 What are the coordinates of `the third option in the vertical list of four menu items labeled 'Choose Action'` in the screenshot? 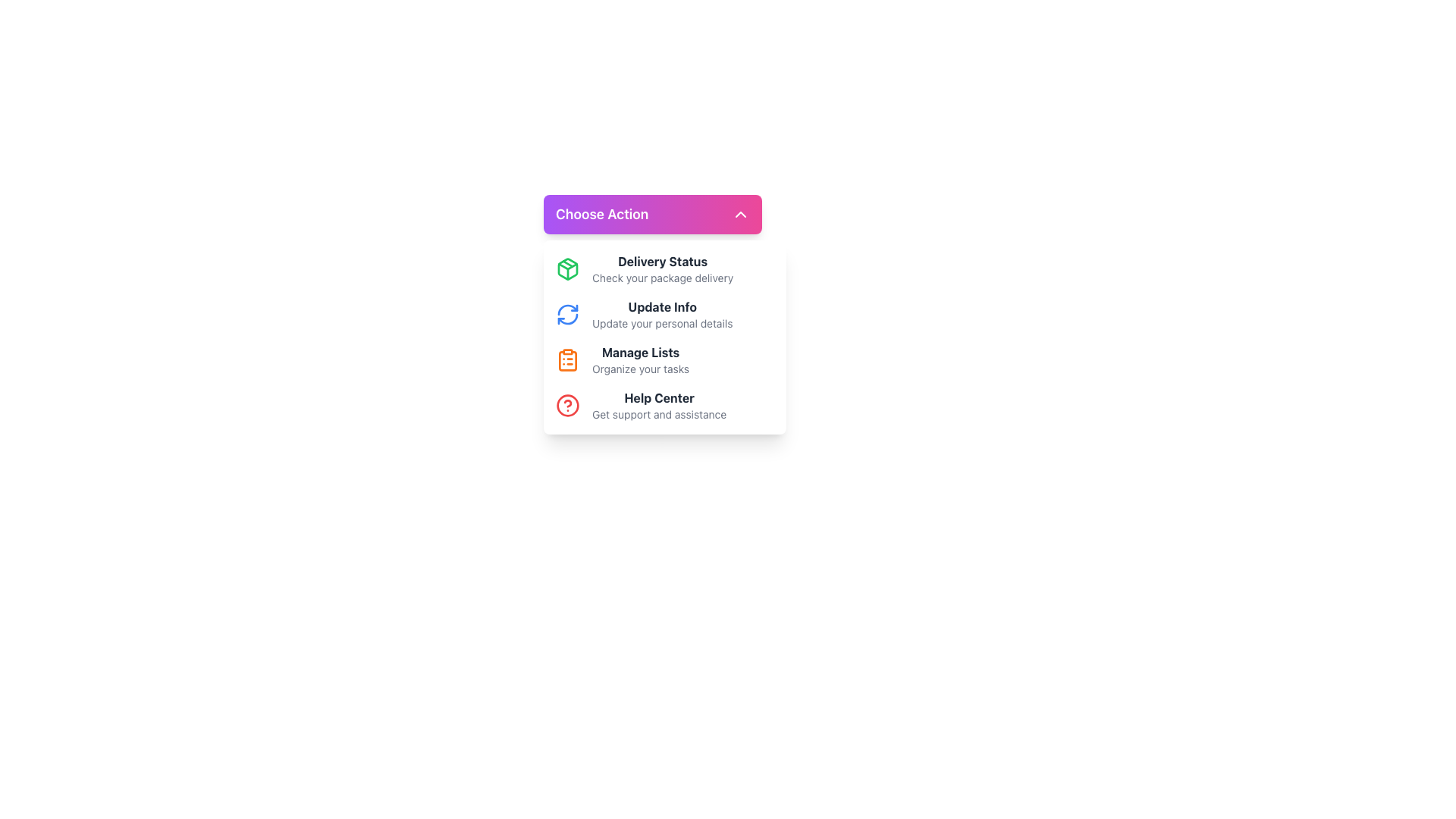 It's located at (665, 359).